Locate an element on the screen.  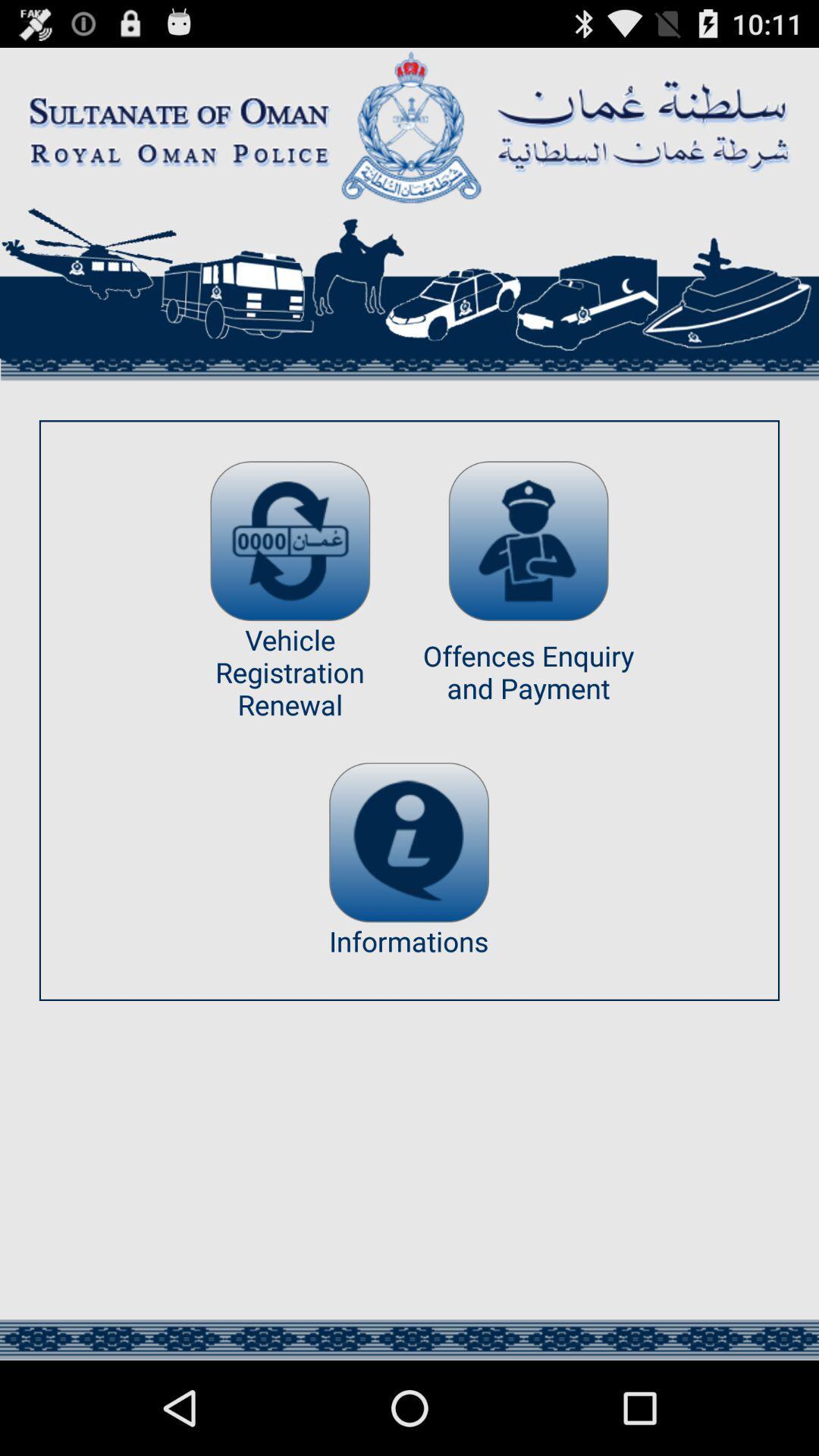
link to payment options is located at coordinates (528, 541).